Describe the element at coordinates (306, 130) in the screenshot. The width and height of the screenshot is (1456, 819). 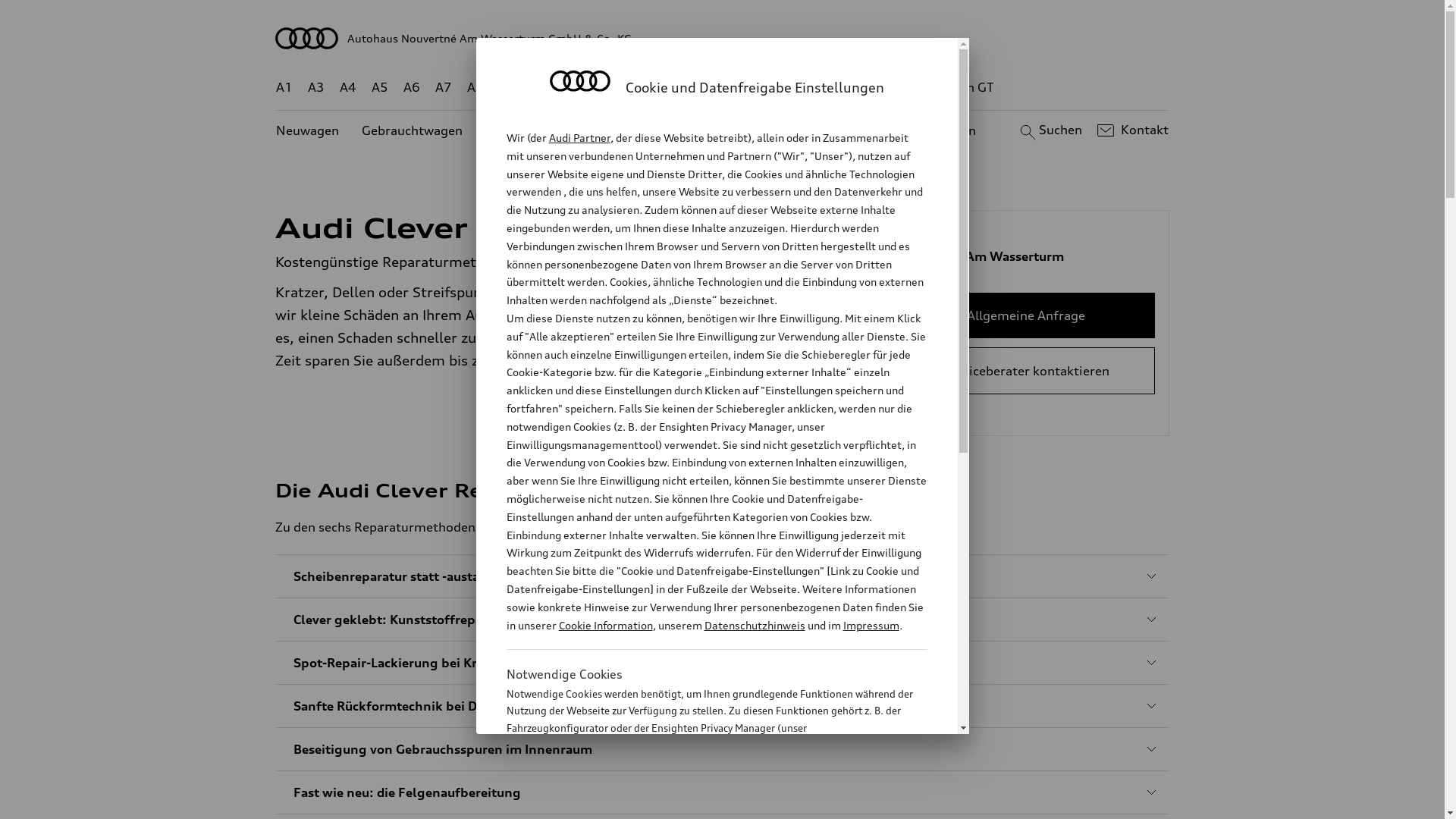
I see `'Neuwagen'` at that location.